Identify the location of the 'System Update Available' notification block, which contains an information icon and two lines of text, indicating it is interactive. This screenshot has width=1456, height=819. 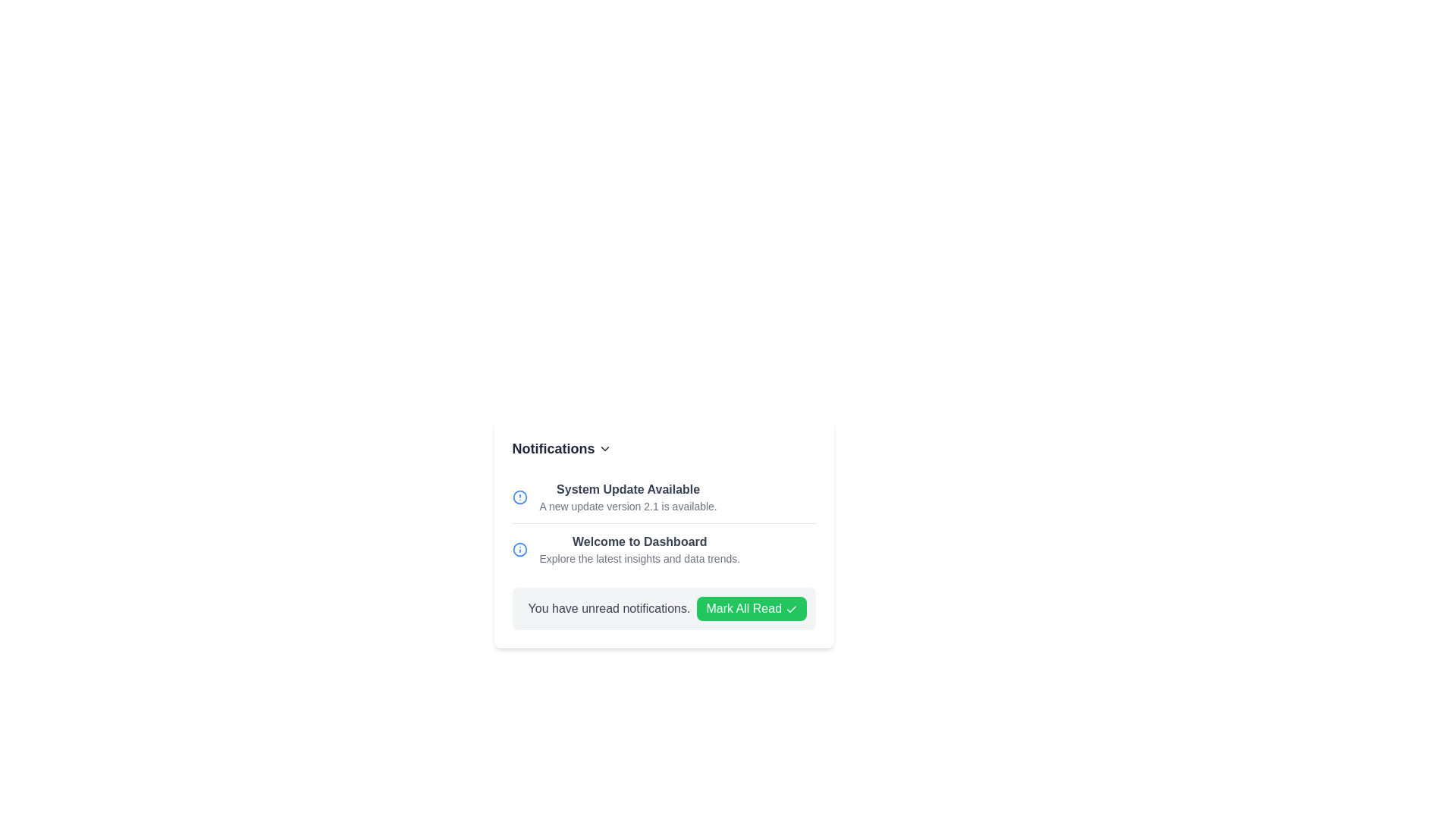
(664, 497).